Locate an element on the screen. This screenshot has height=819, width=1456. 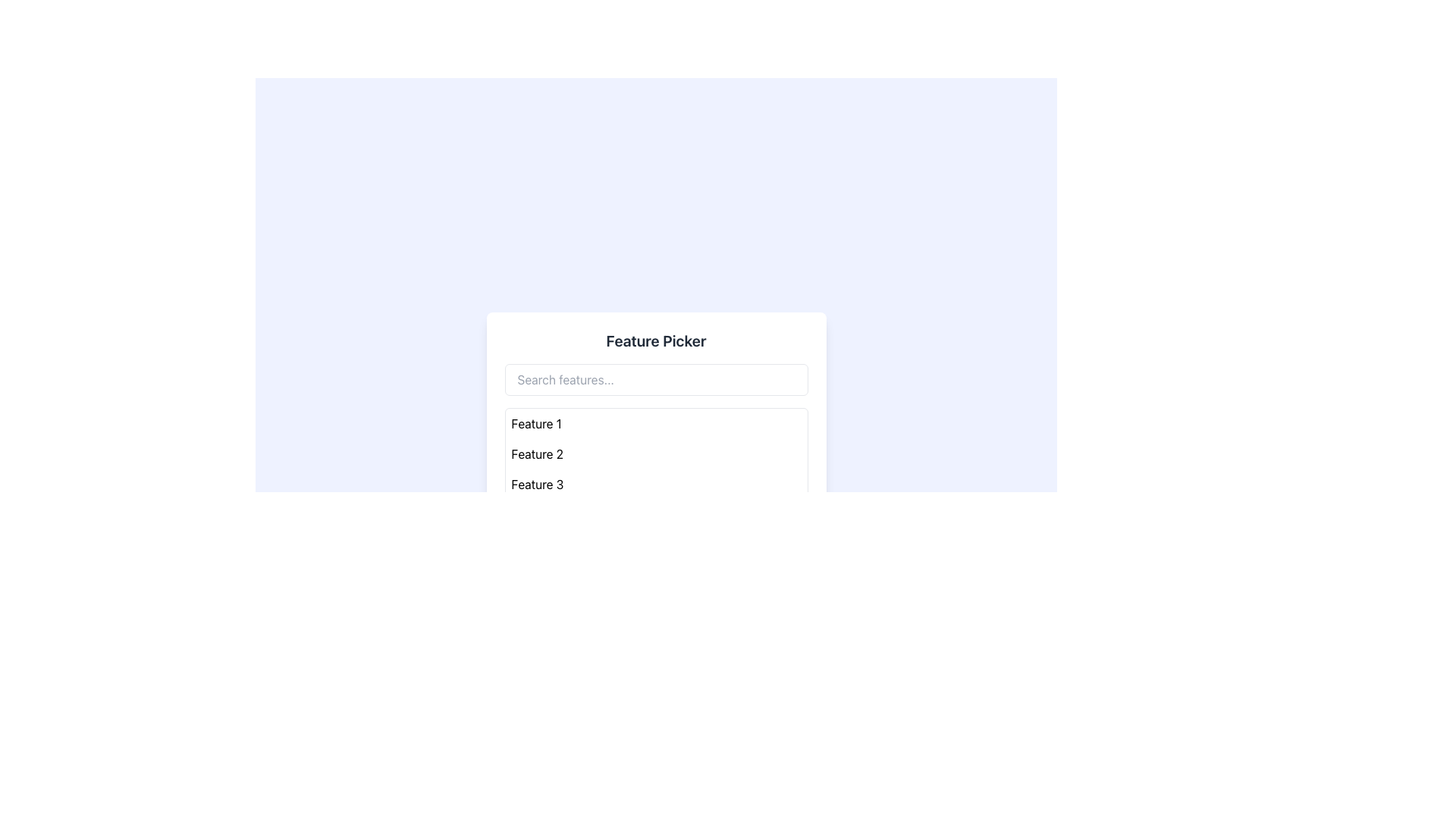
the second text label in the vertical feature picker interface, which is positioned between 'Feature 1' and 'Feature 3' is located at coordinates (537, 453).